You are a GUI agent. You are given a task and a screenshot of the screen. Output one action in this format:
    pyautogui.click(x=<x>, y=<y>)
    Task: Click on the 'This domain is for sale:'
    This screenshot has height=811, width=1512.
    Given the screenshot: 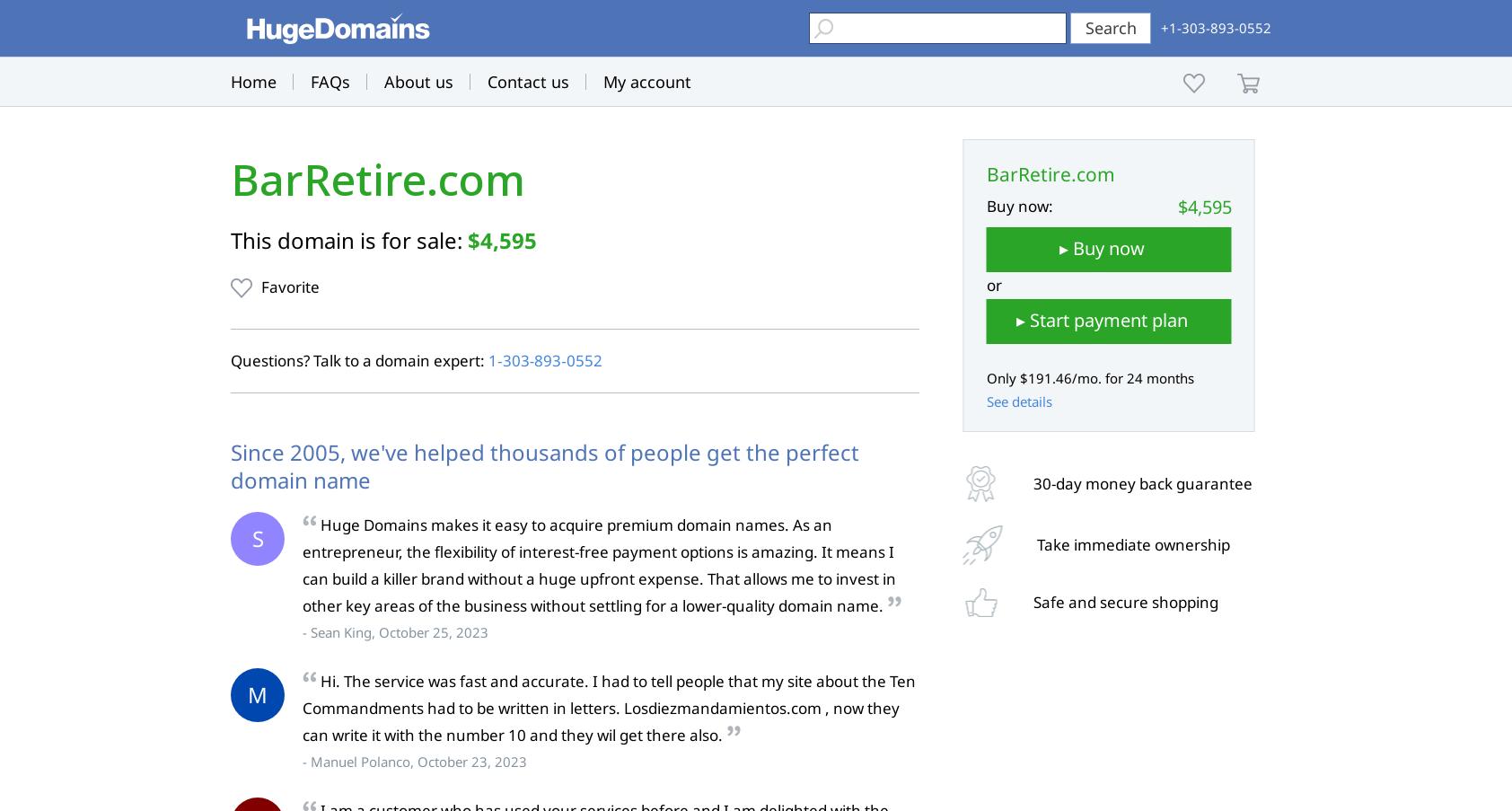 What is the action you would take?
    pyautogui.click(x=349, y=239)
    